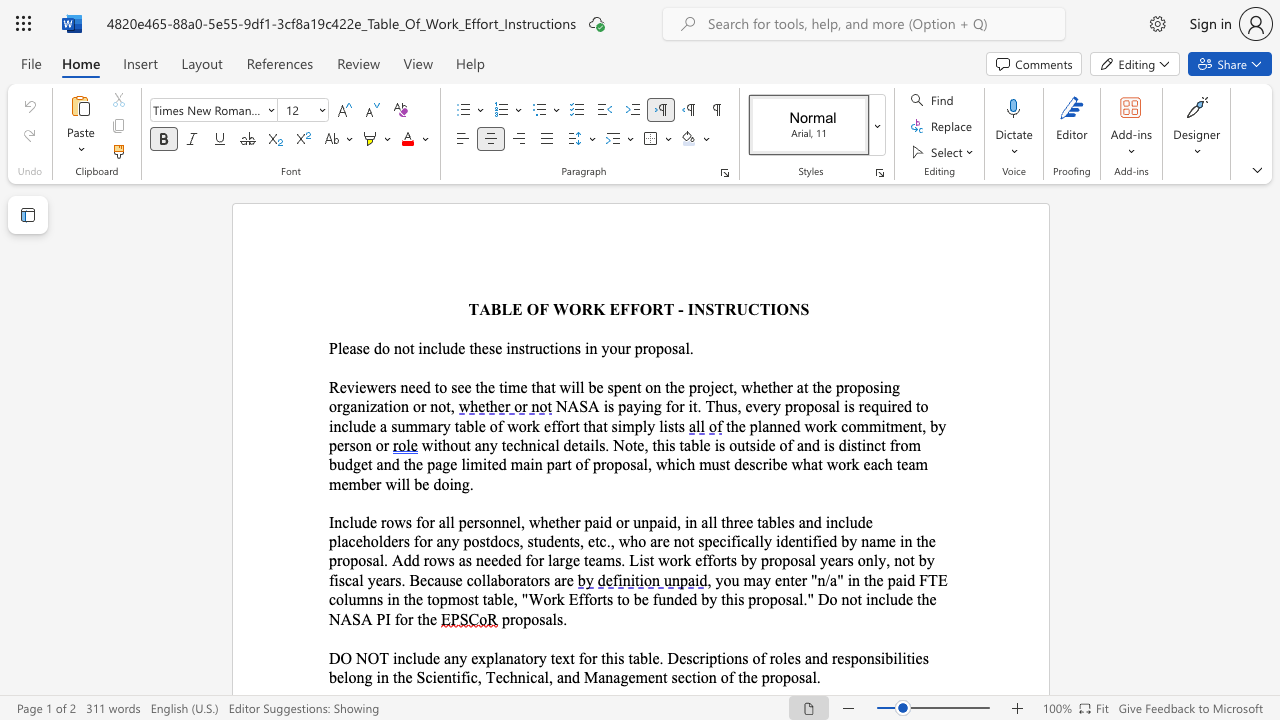  I want to click on the subset text "rows as nee" within the text "by name in the proposal. Add rows as needed for large teams. List work efforts by proposal years only, not by fiscal years. Because collaborators are", so click(422, 560).